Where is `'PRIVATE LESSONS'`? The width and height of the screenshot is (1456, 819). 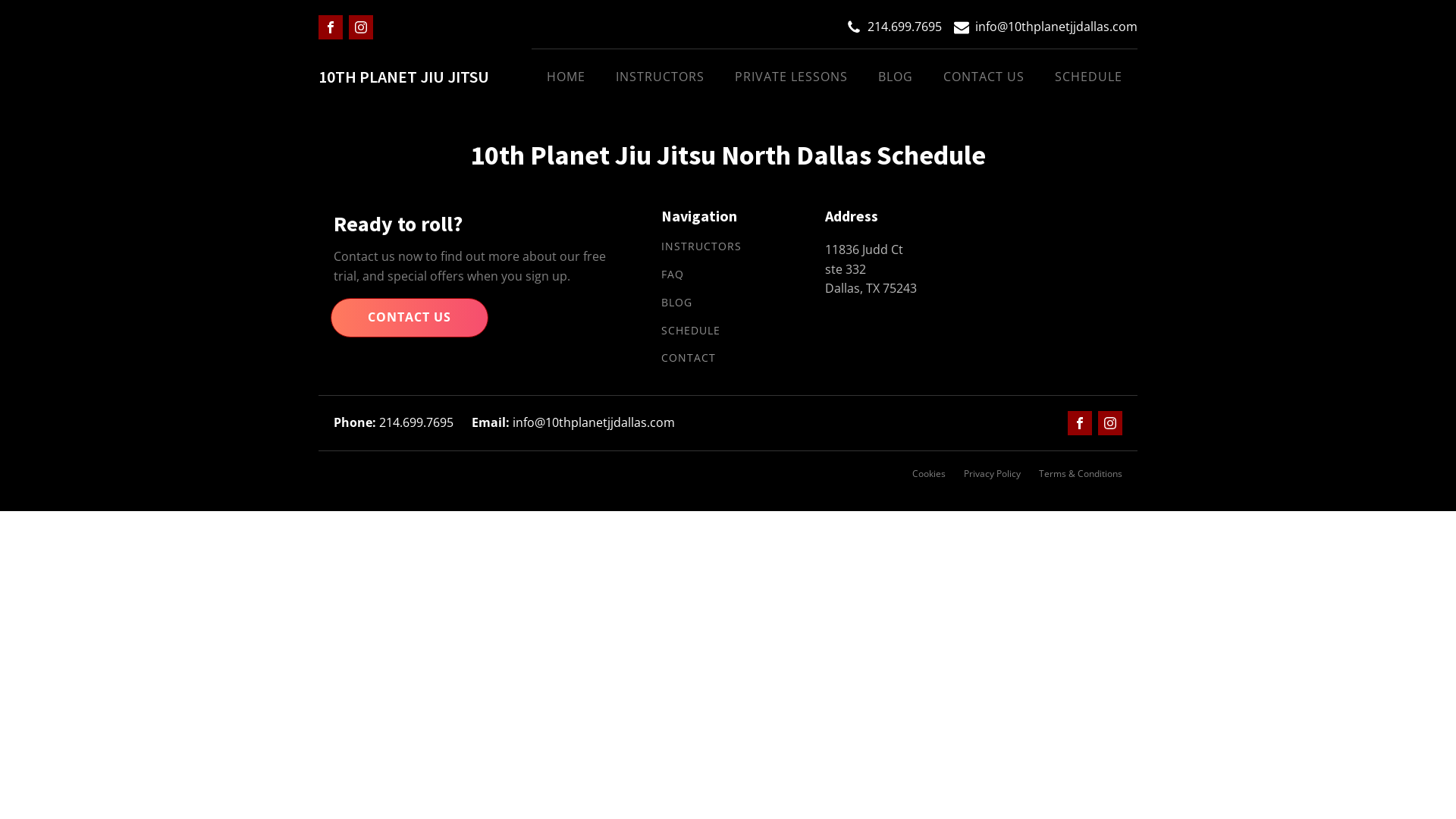
'PRIVATE LESSONS' is located at coordinates (790, 77).